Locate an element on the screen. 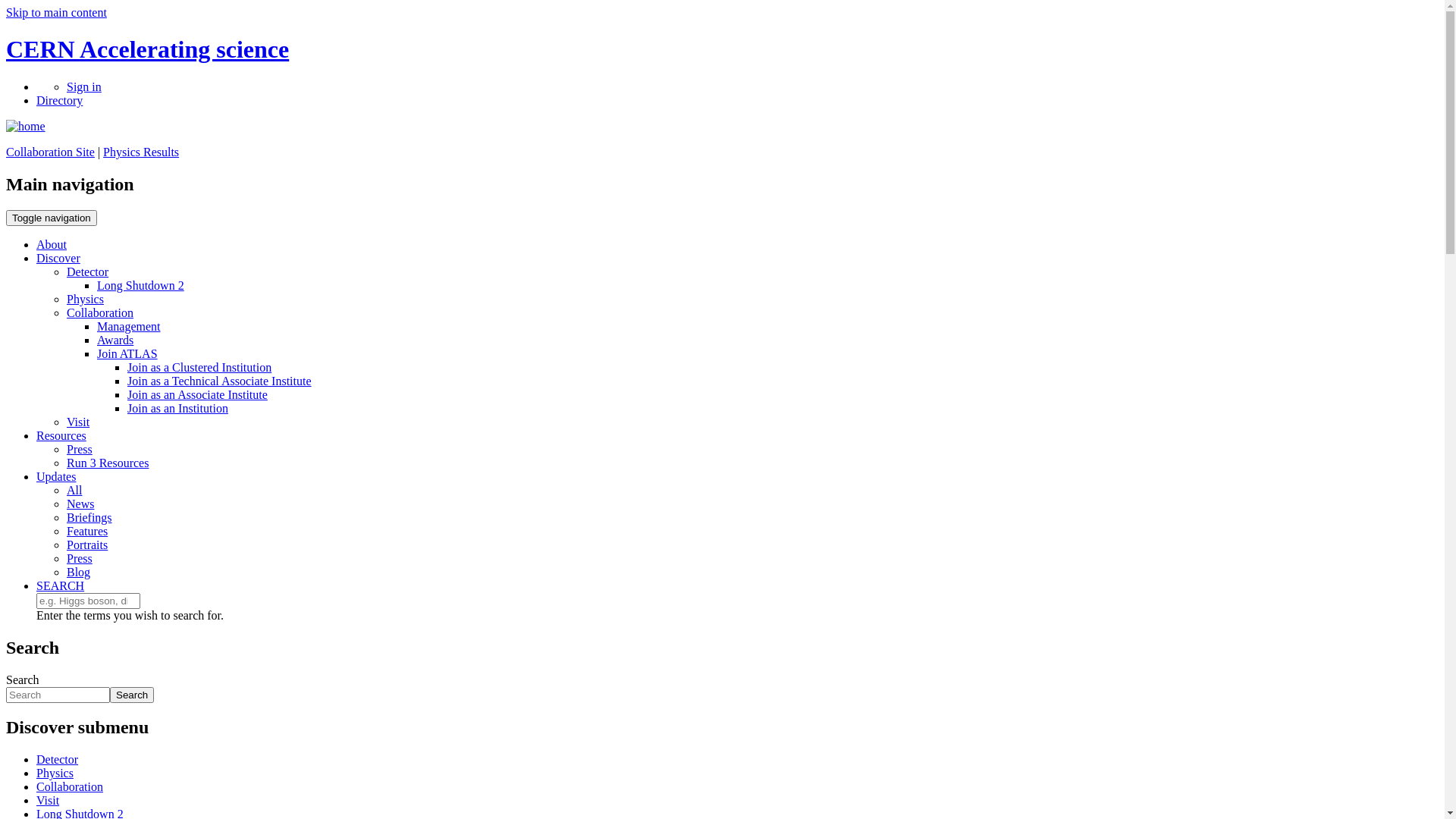 The image size is (1456, 819). 'Resources' is located at coordinates (36, 435).